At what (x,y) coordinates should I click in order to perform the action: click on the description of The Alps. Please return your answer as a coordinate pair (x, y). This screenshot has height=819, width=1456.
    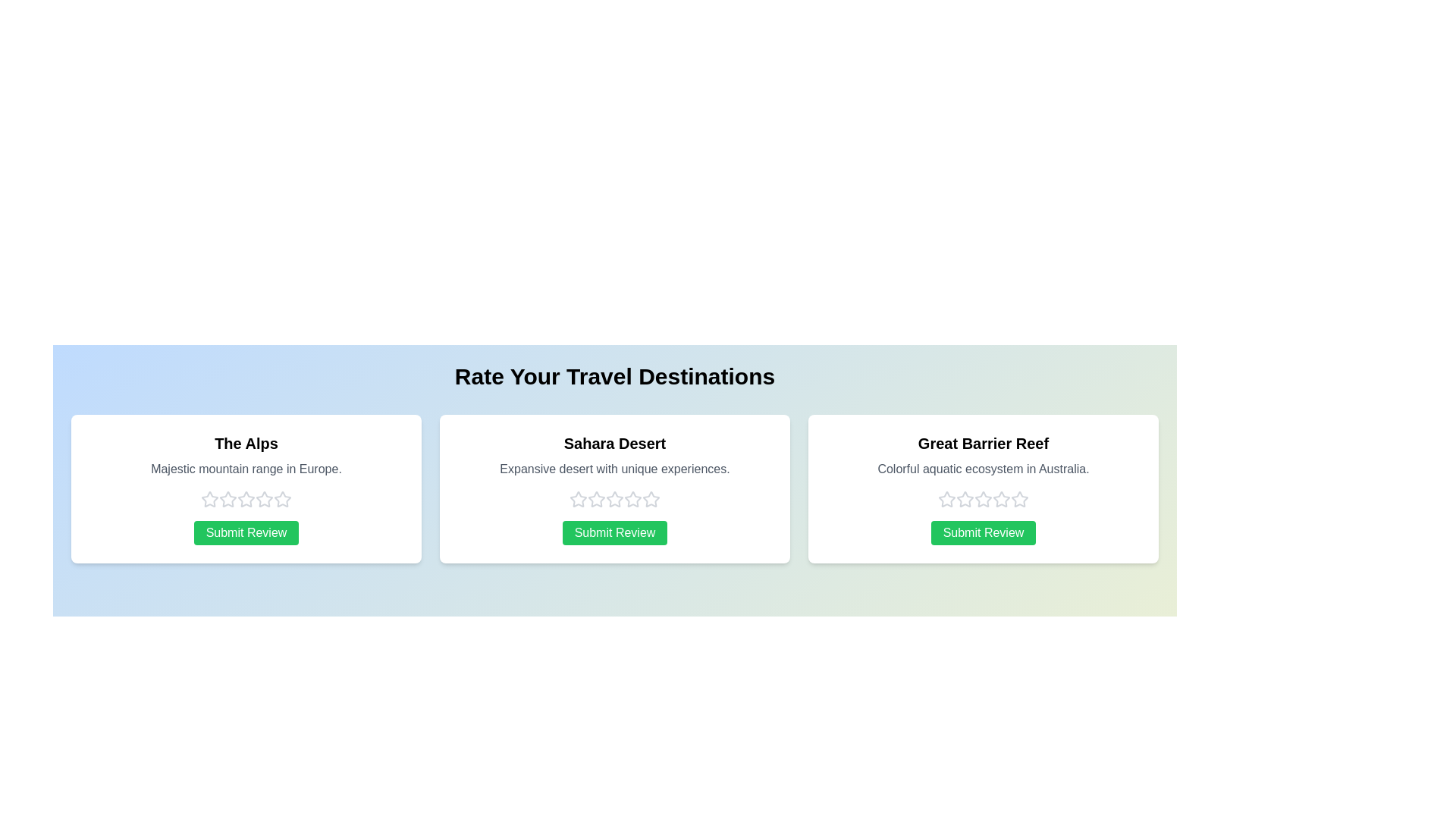
    Looking at the image, I should click on (246, 468).